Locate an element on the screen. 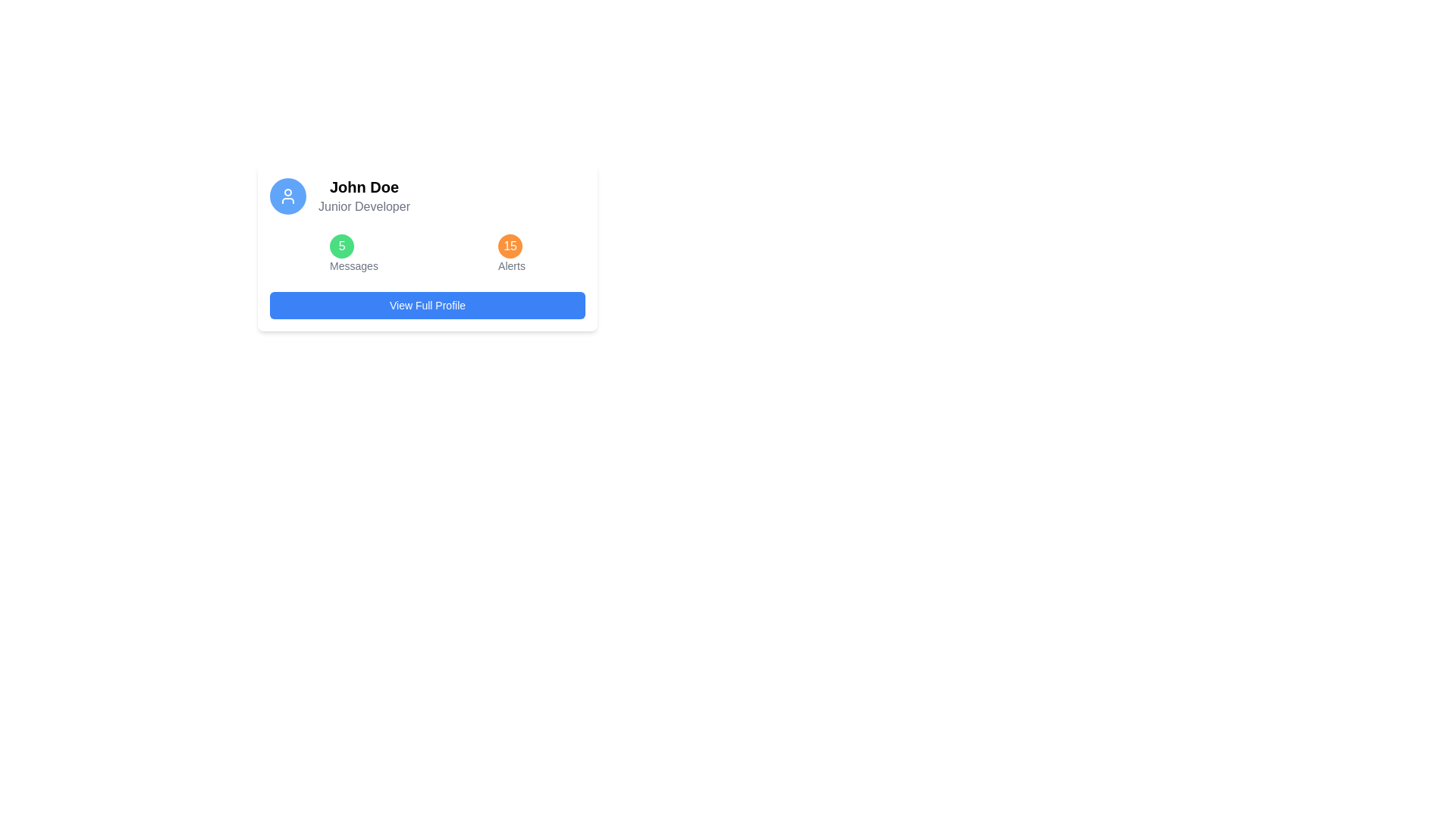 This screenshot has width=1456, height=819. the circular user profile icon with a bright blue background and white user silhouette, located at the top-left corner next to 'John Doe' and 'Junior Developer' is located at coordinates (287, 195).